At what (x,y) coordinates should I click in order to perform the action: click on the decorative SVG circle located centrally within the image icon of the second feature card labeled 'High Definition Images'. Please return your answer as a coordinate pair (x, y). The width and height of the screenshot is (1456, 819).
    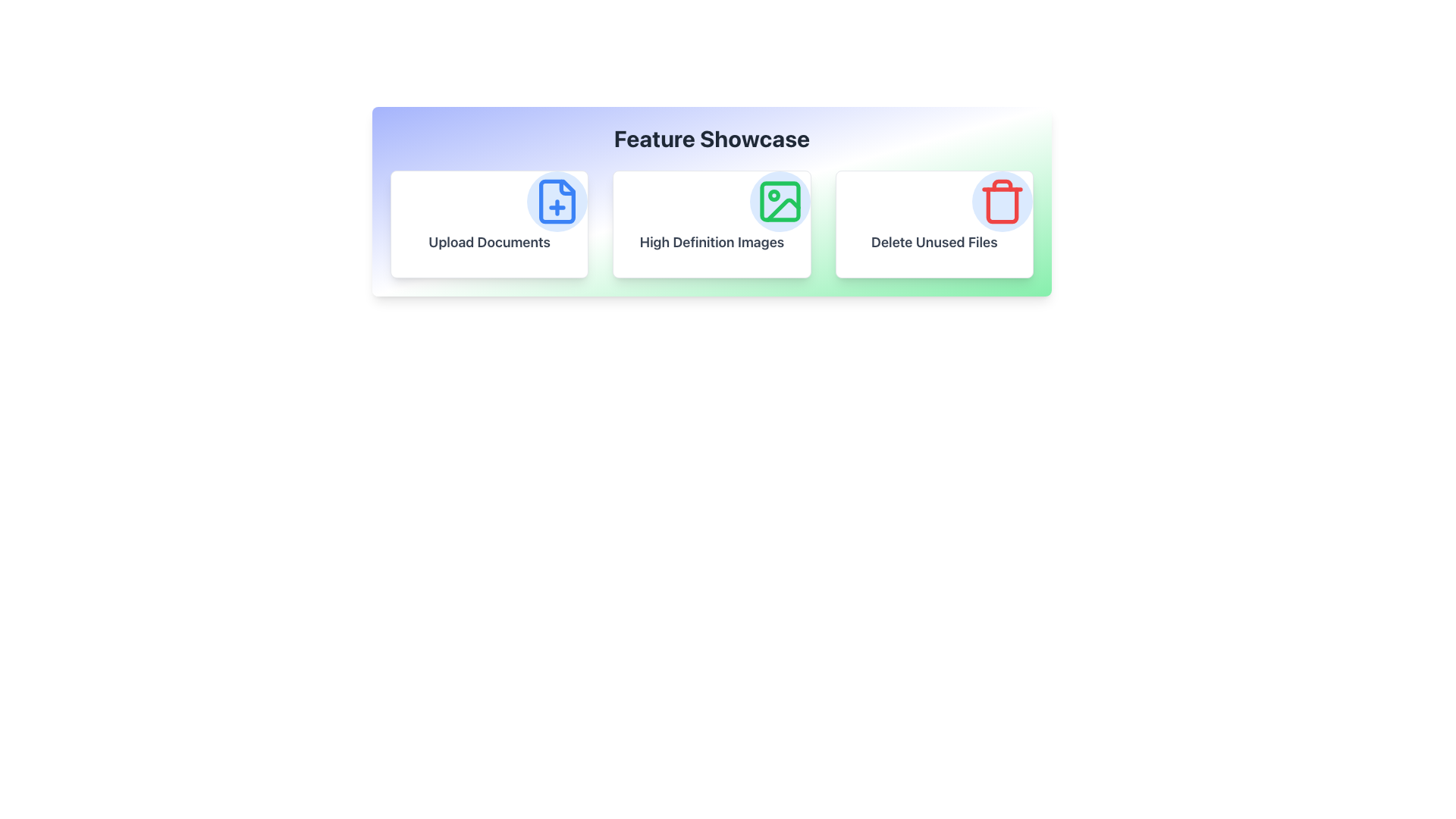
    Looking at the image, I should click on (773, 195).